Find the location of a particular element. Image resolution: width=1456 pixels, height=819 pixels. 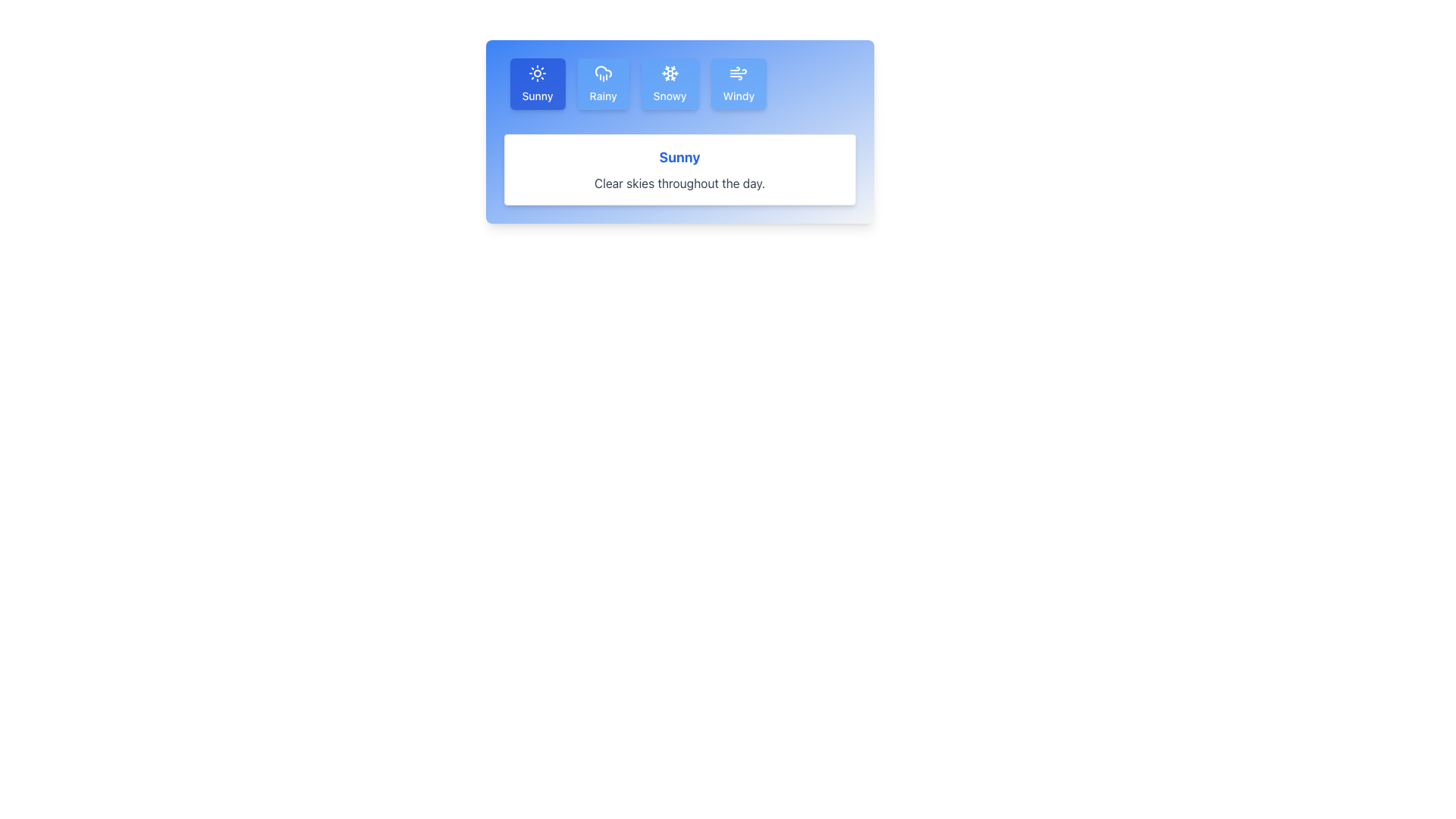

the 'Rainy' weather selection button, which is the second button in a row of four, positioned between the 'Sunny' and 'Snowy' buttons is located at coordinates (602, 84).